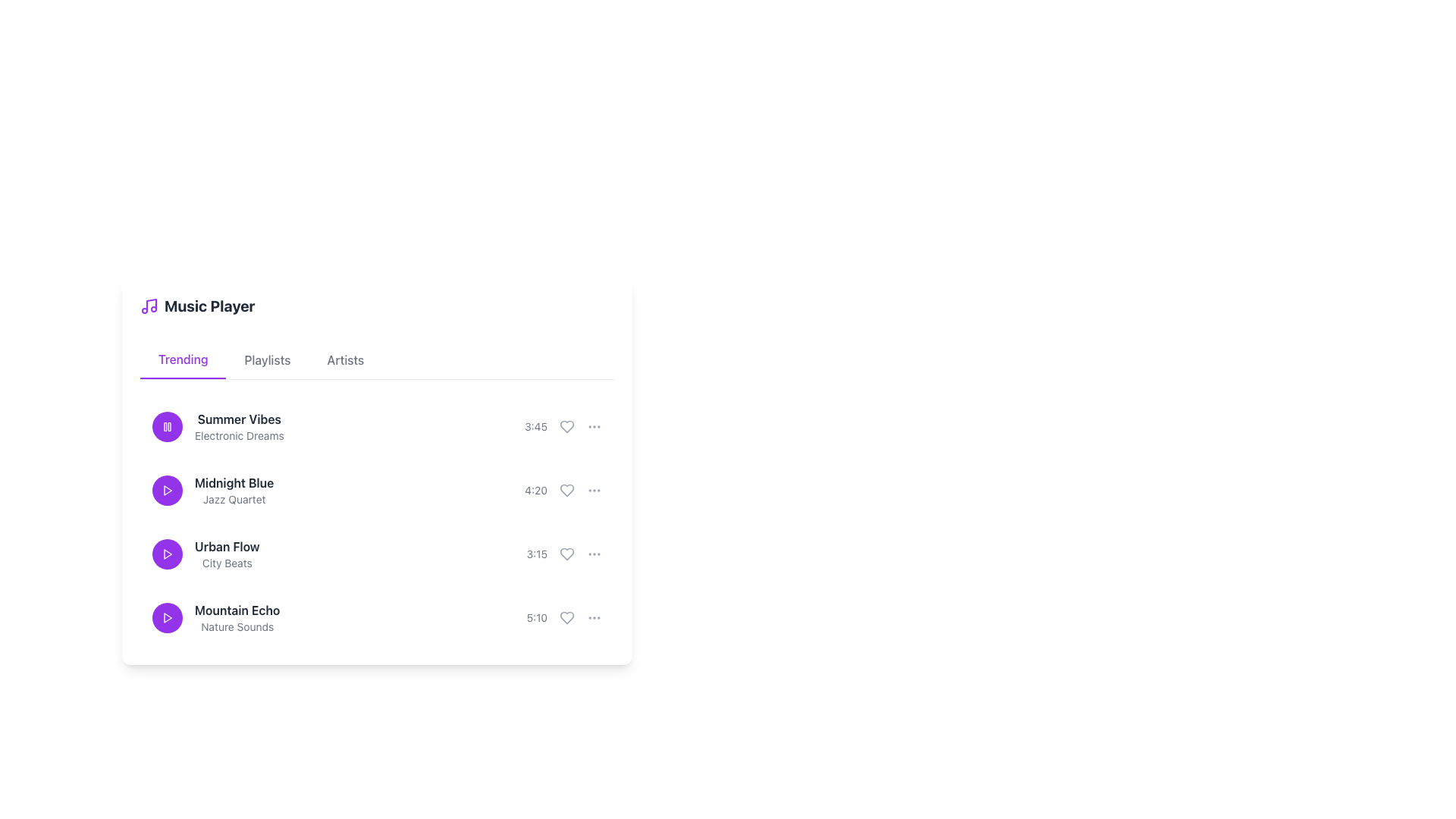 This screenshot has width=1456, height=819. Describe the element at coordinates (217, 427) in the screenshot. I see `the text label 'Summer Vibes' which is the first entry in the playlist under the 'Trending' tab to interact with related content` at that location.